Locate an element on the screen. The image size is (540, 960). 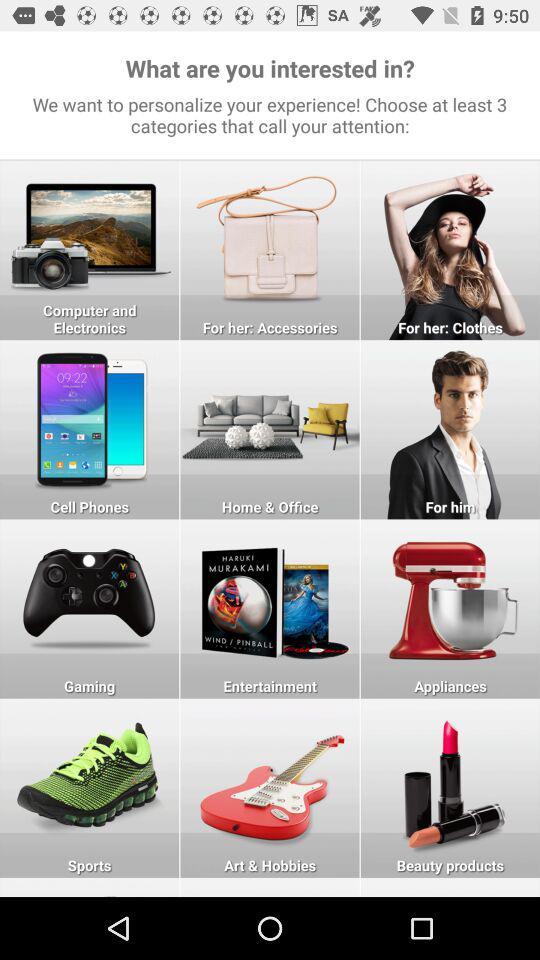
online marketing app is located at coordinates (450, 608).